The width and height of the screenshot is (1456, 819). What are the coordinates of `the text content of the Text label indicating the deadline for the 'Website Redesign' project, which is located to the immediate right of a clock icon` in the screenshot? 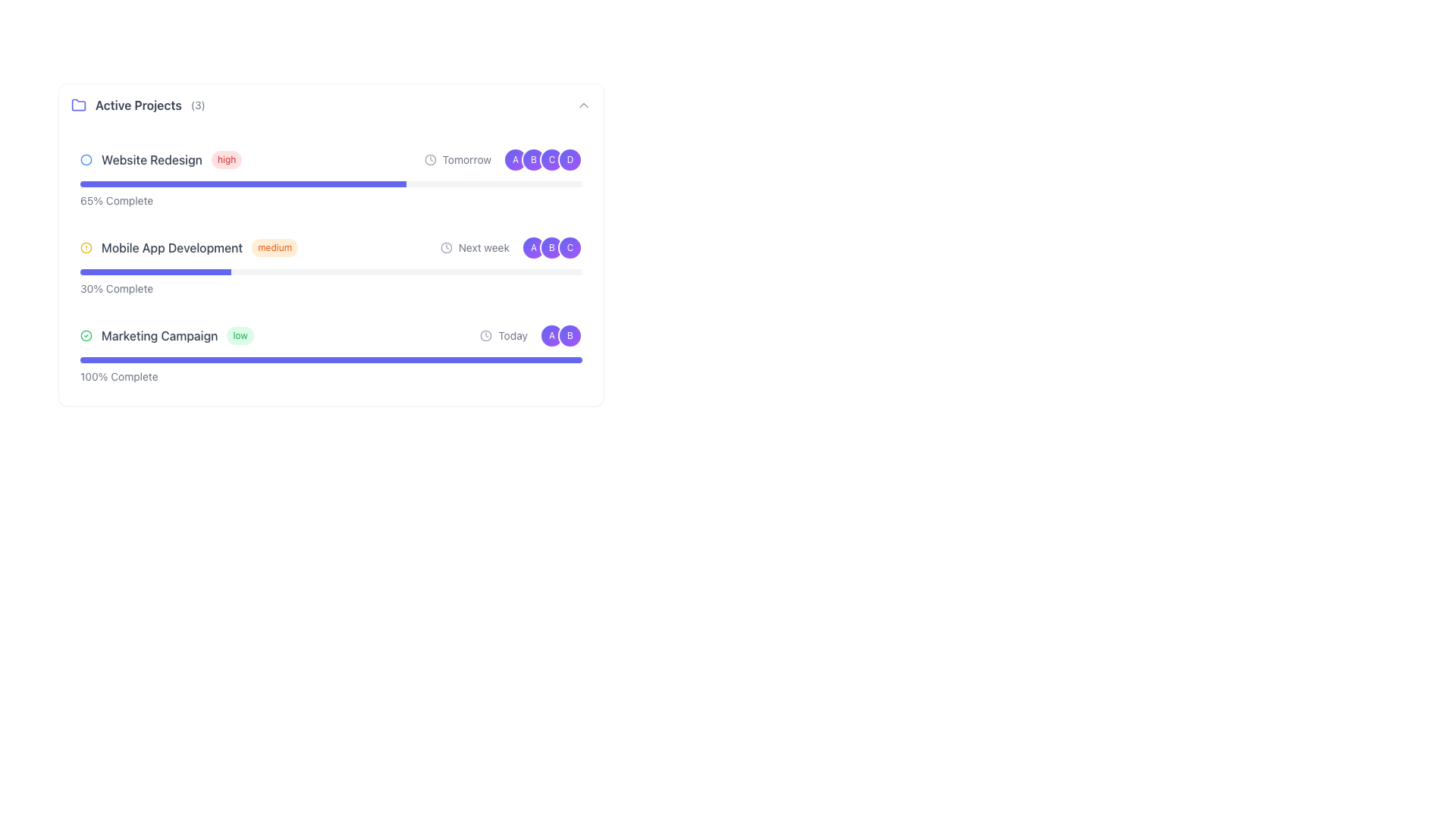 It's located at (466, 160).